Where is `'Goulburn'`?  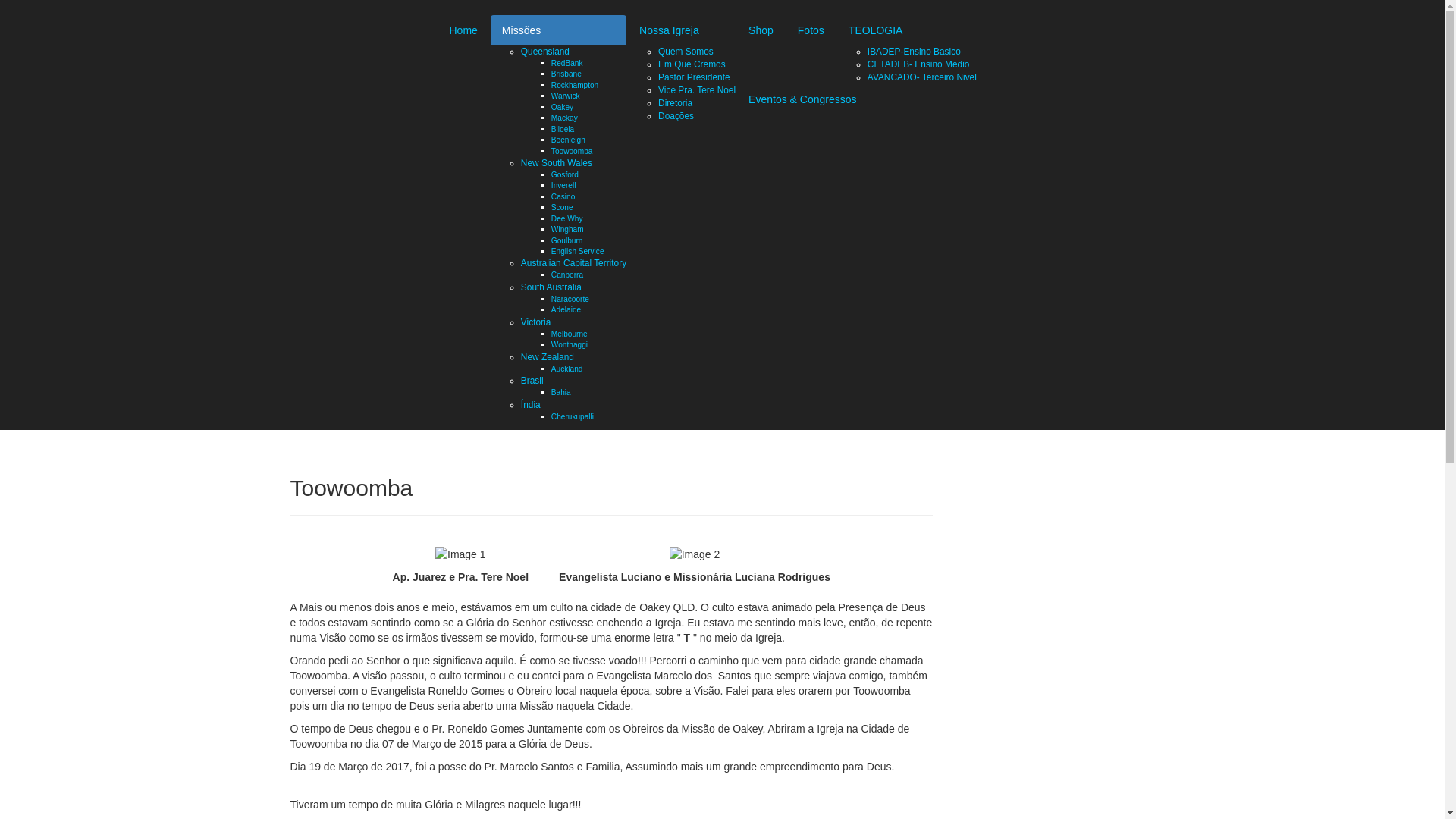 'Goulburn' is located at coordinates (550, 240).